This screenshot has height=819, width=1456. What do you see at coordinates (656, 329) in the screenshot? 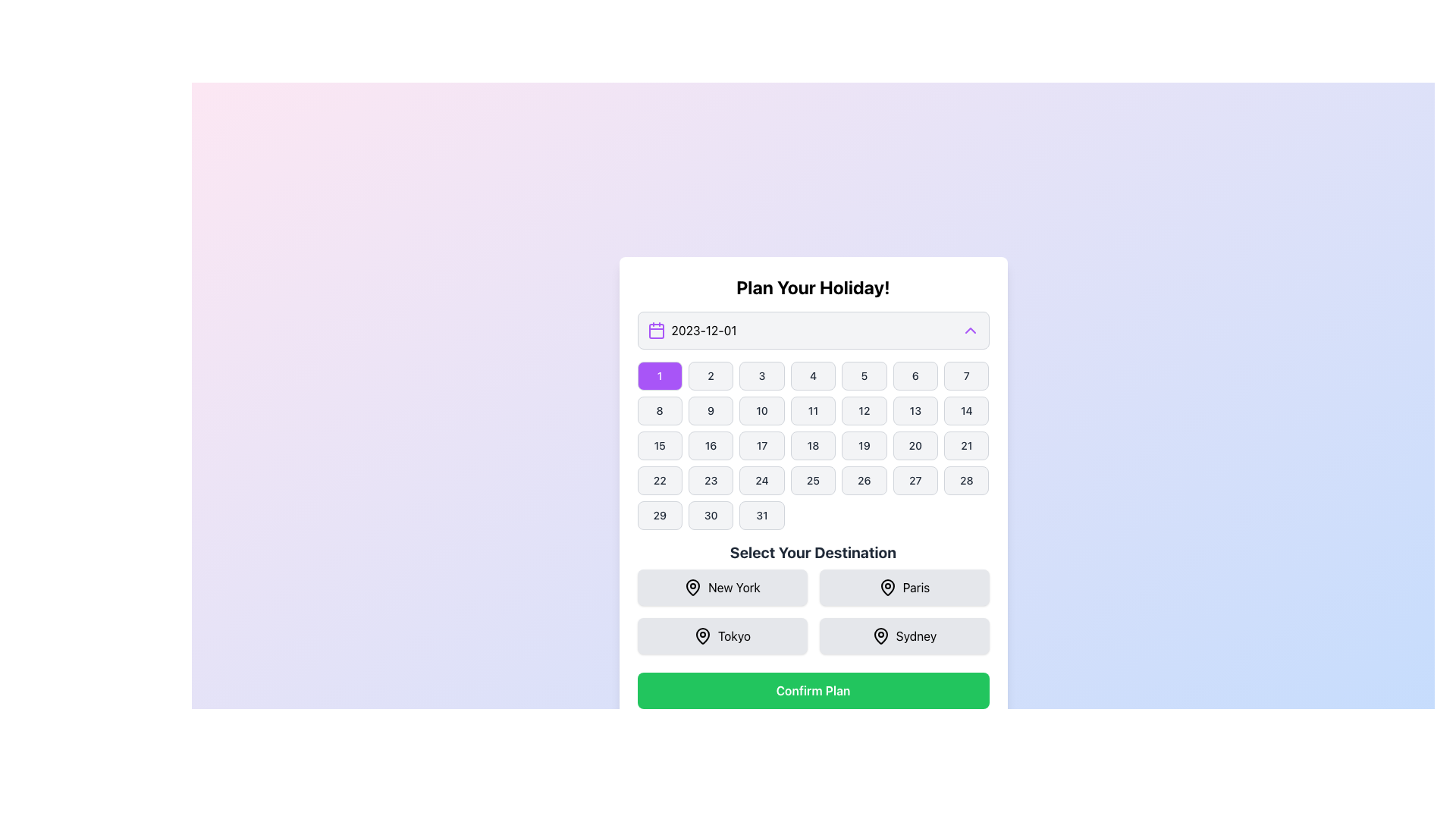
I see `the calendar icon with a purple outline and white interior, which is located on the left side of the date text '2023-12-01'` at bounding box center [656, 329].